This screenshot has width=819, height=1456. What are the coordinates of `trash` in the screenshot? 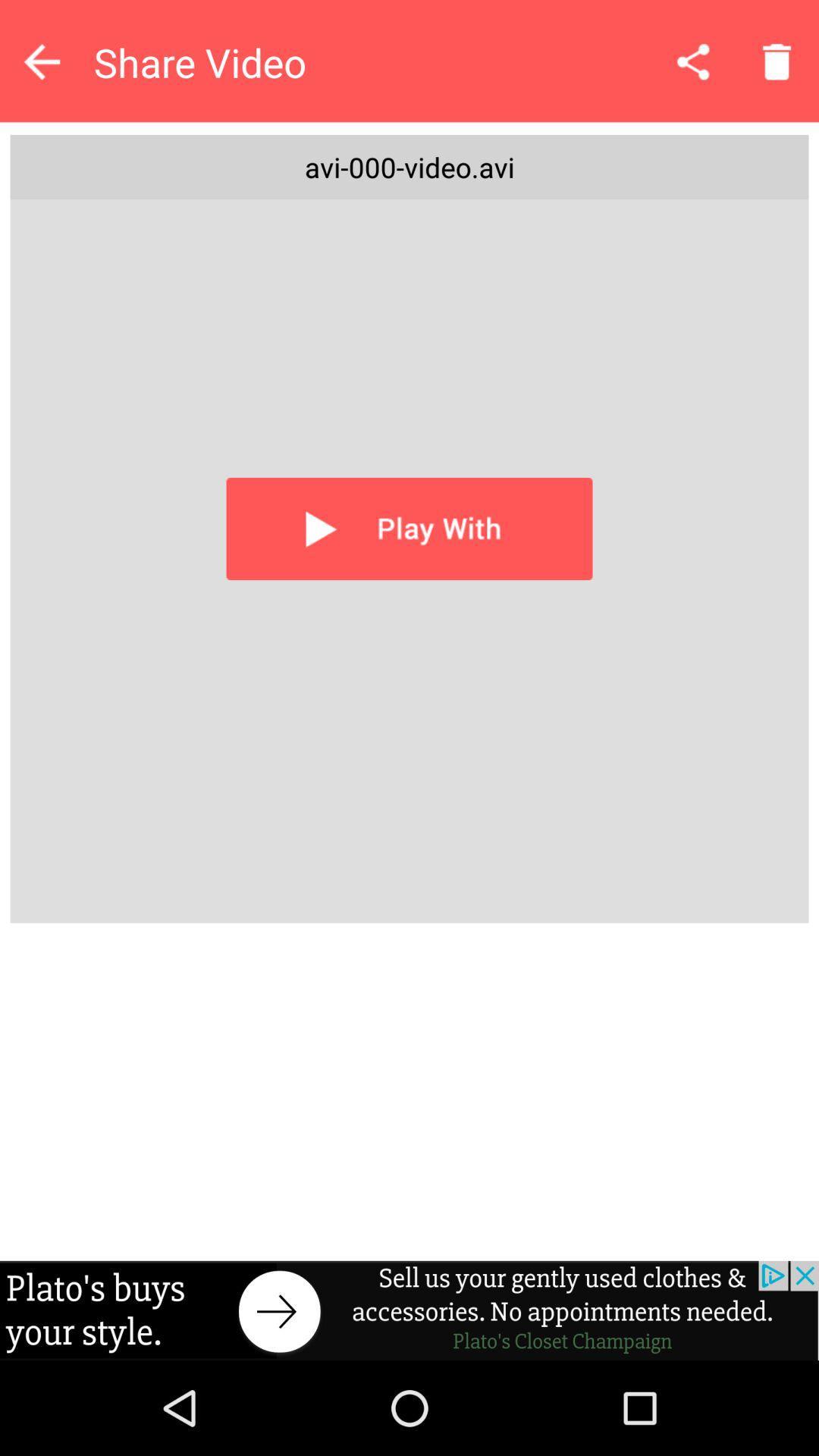 It's located at (777, 61).